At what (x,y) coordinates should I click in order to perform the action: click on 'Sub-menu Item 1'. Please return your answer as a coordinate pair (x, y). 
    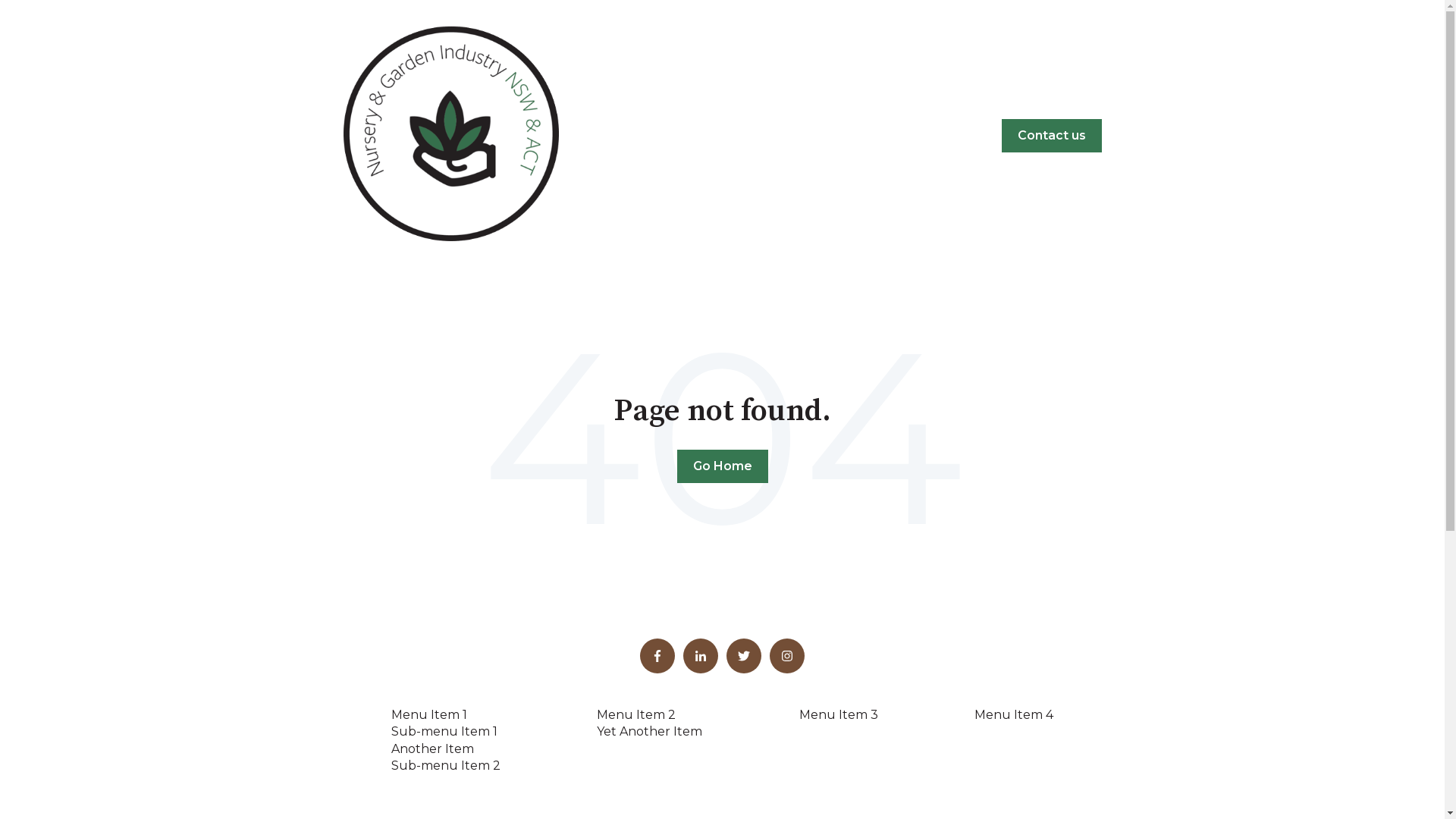
    Looking at the image, I should click on (443, 730).